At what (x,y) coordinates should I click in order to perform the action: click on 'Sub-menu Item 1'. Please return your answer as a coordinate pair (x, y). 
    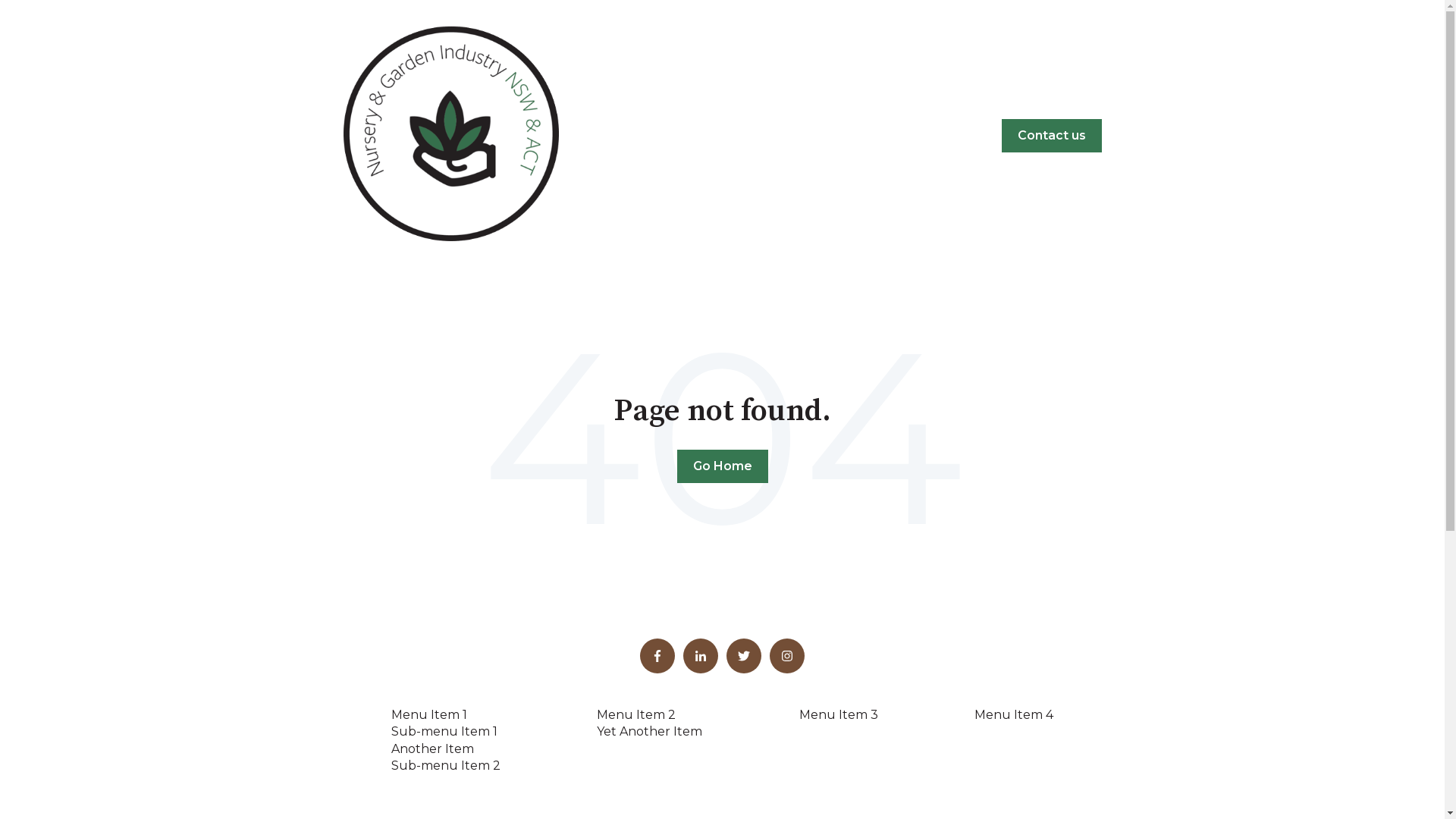
    Looking at the image, I should click on (443, 730).